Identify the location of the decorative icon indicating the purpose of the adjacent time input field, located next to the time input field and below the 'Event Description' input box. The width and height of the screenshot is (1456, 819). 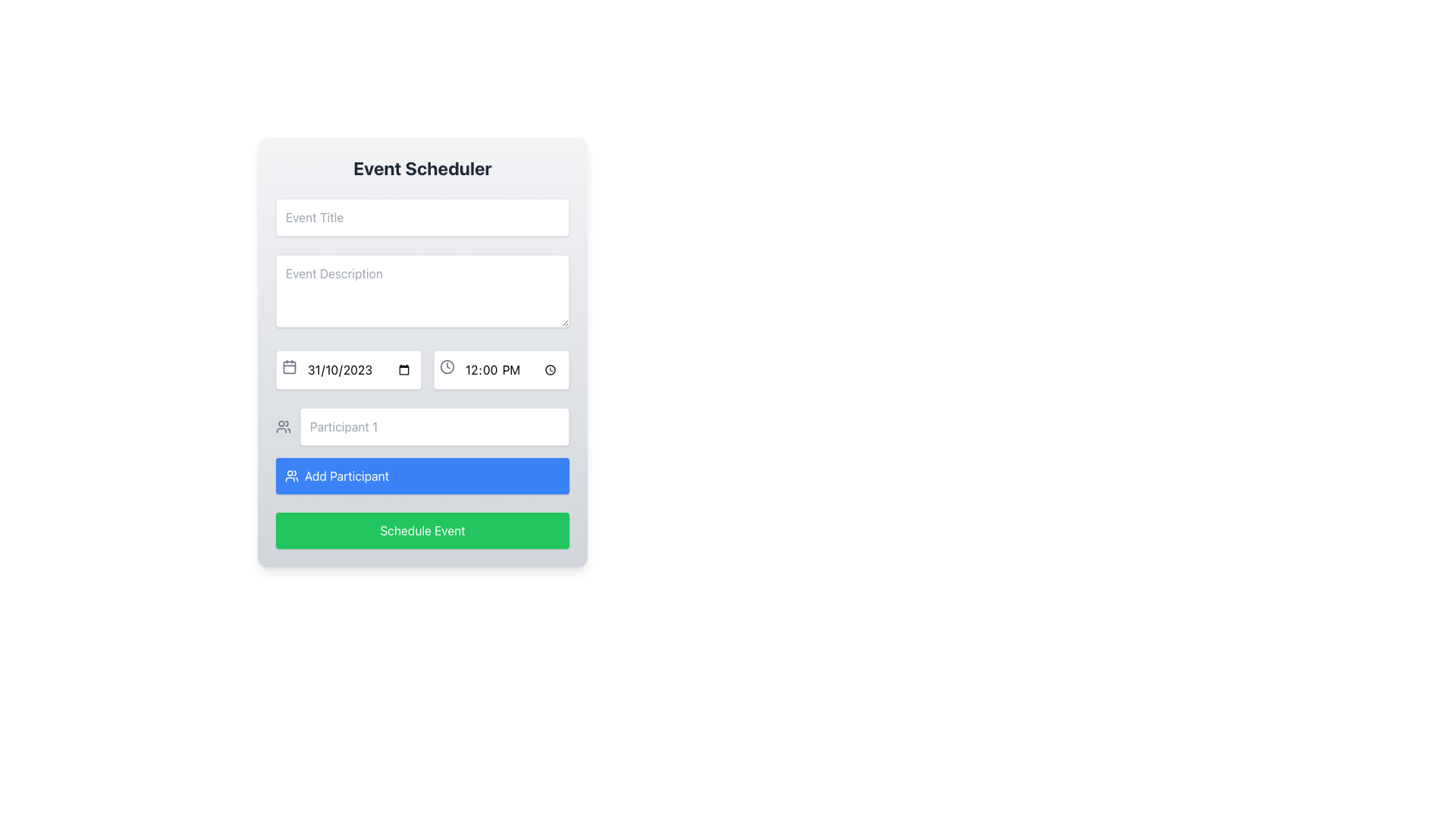
(447, 366).